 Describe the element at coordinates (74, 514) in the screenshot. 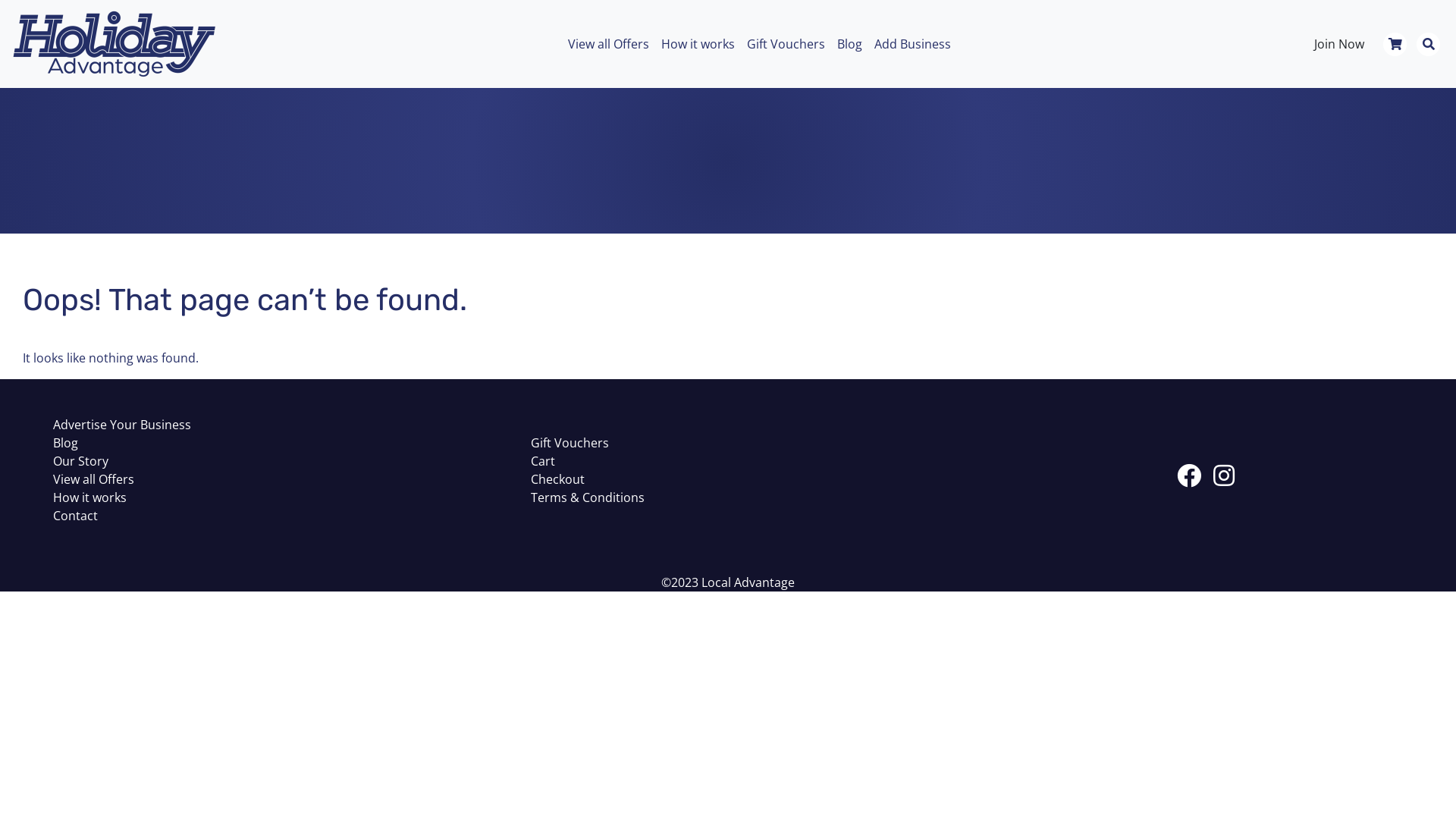

I see `'Contact'` at that location.